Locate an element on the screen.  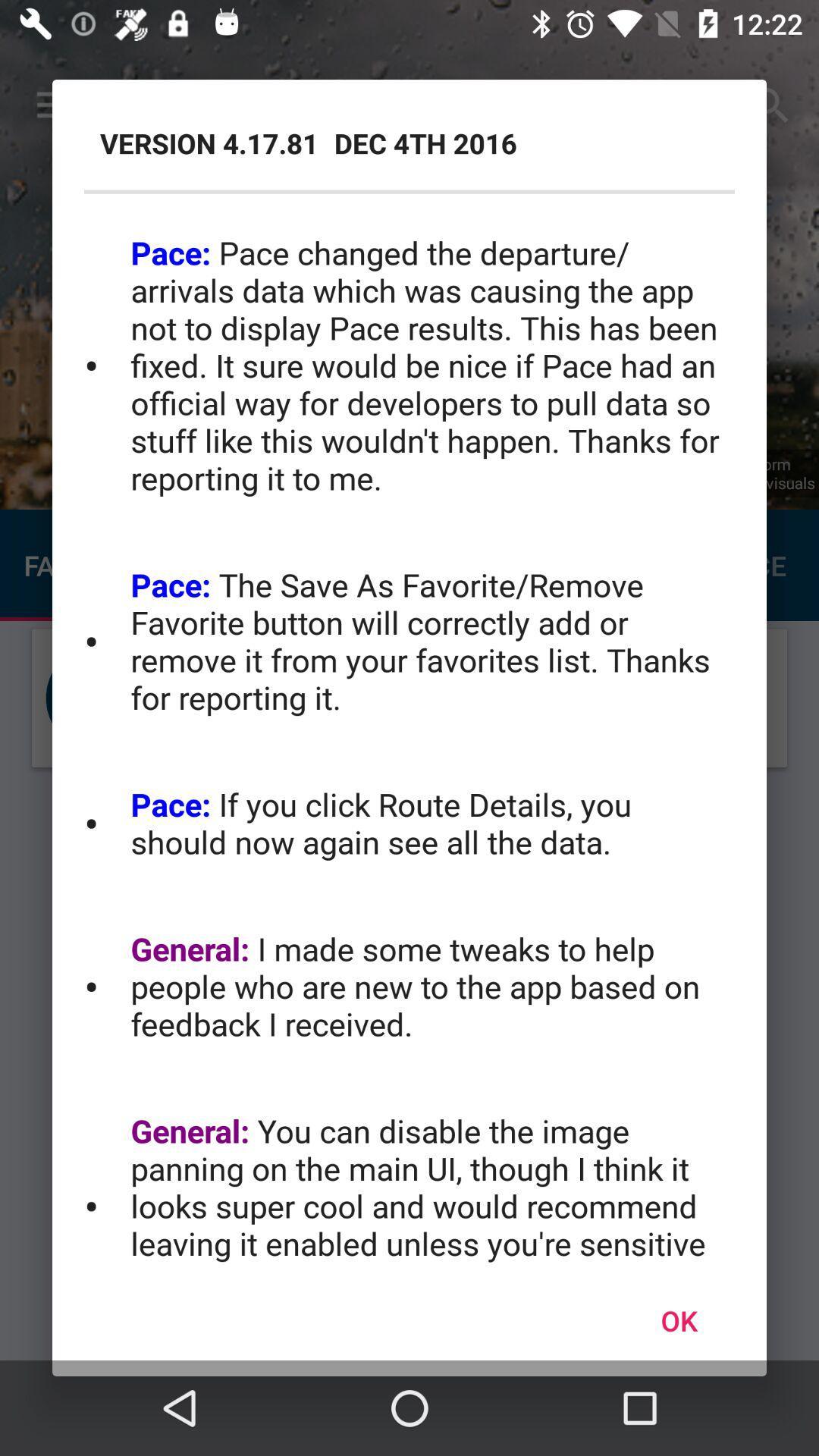
icon below the general you can icon is located at coordinates (678, 1319).